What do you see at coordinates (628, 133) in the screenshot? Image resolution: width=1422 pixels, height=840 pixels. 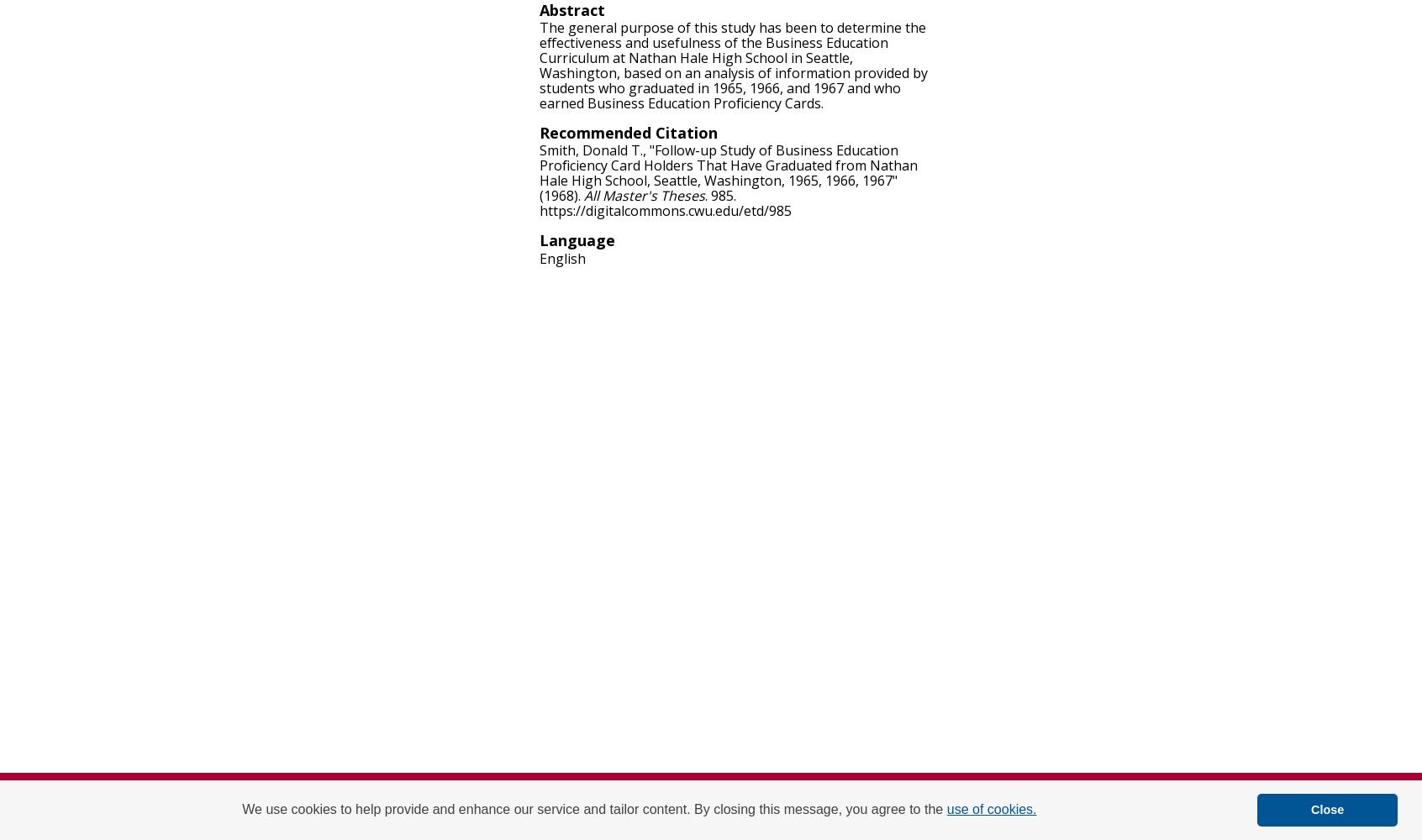 I see `'Recommended Citation'` at bounding box center [628, 133].